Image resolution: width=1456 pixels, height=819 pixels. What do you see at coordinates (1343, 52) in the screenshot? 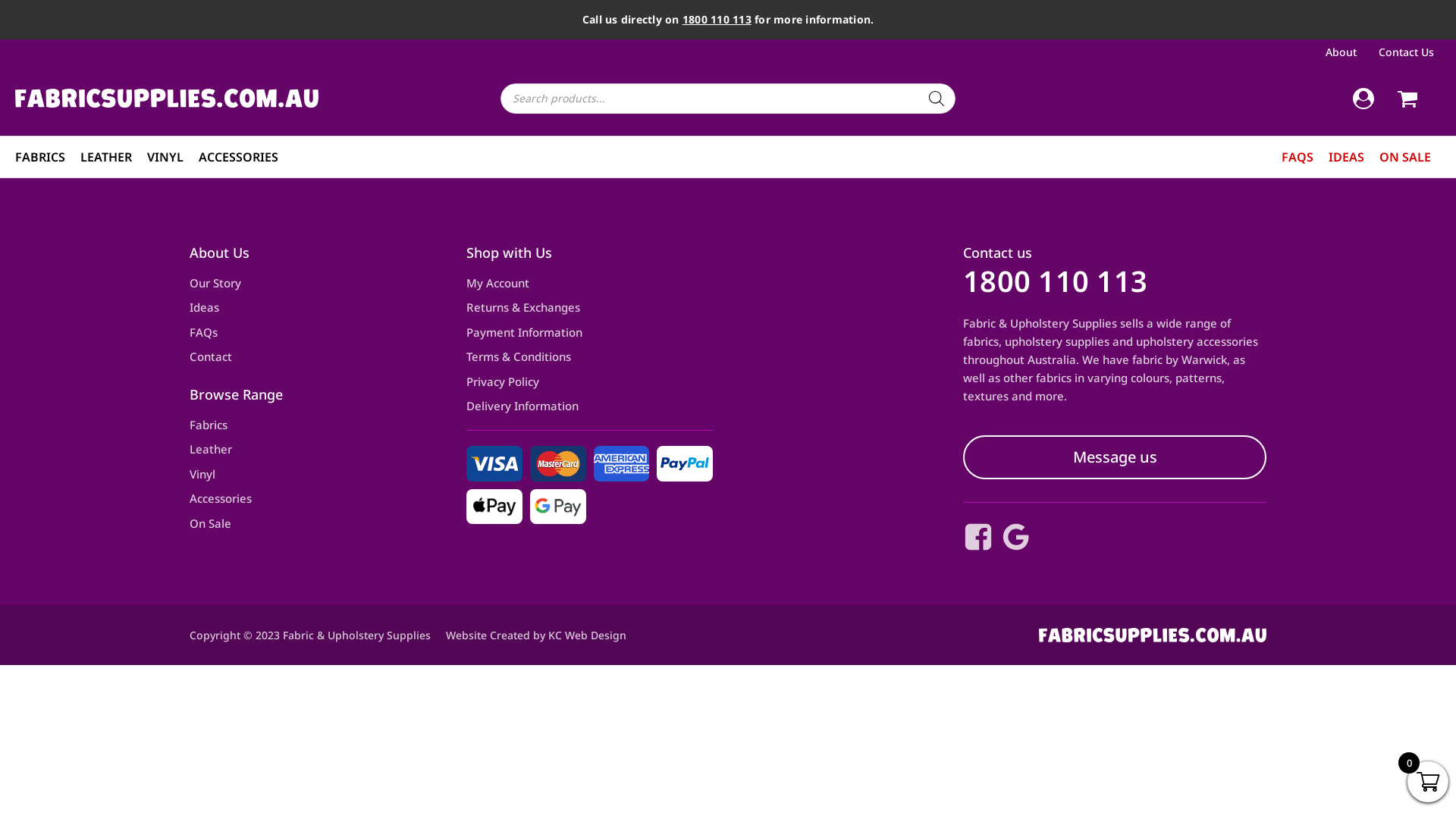
I see `'About'` at bounding box center [1343, 52].